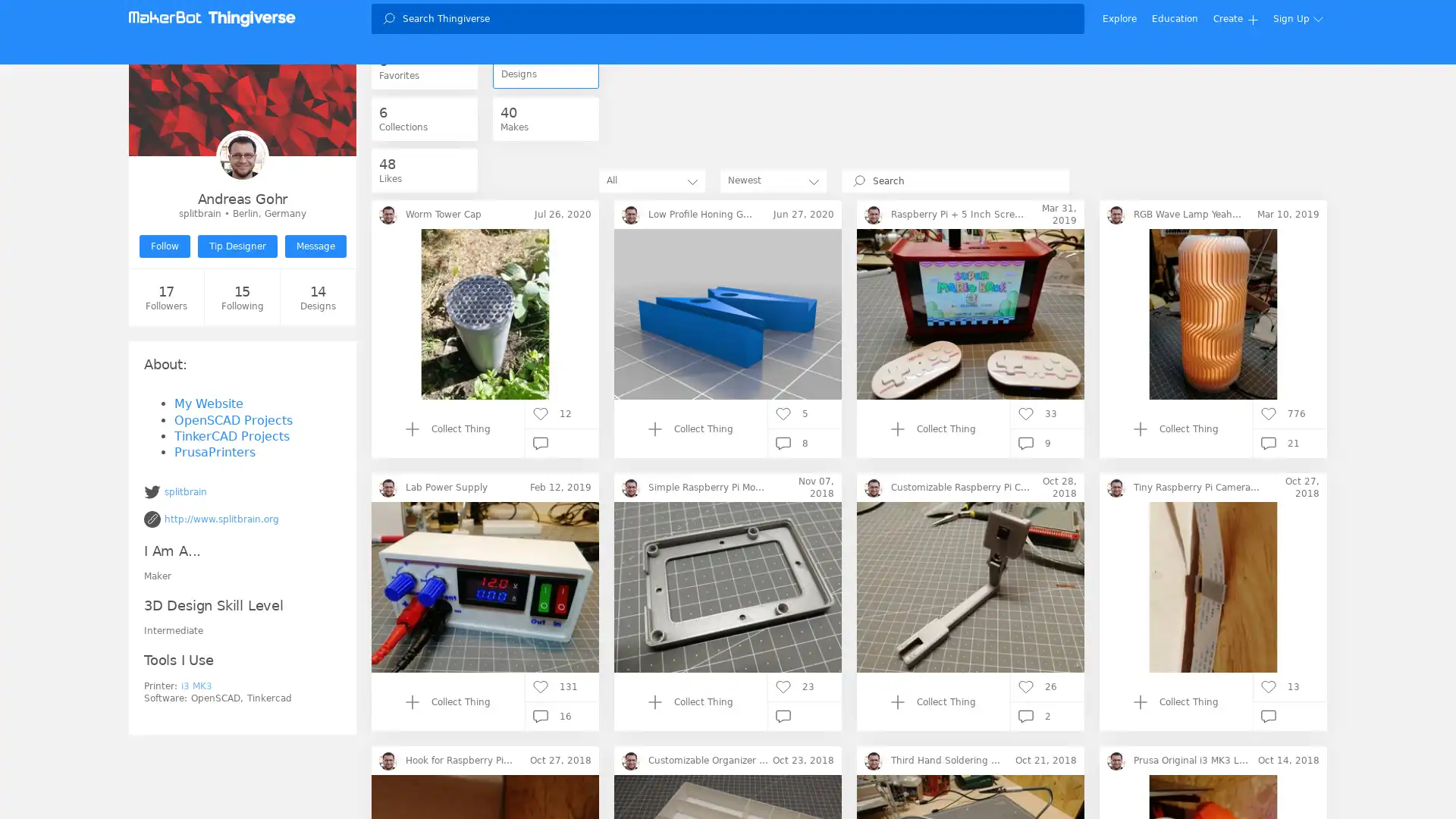  What do you see at coordinates (1235, 18) in the screenshot?
I see `Create` at bounding box center [1235, 18].